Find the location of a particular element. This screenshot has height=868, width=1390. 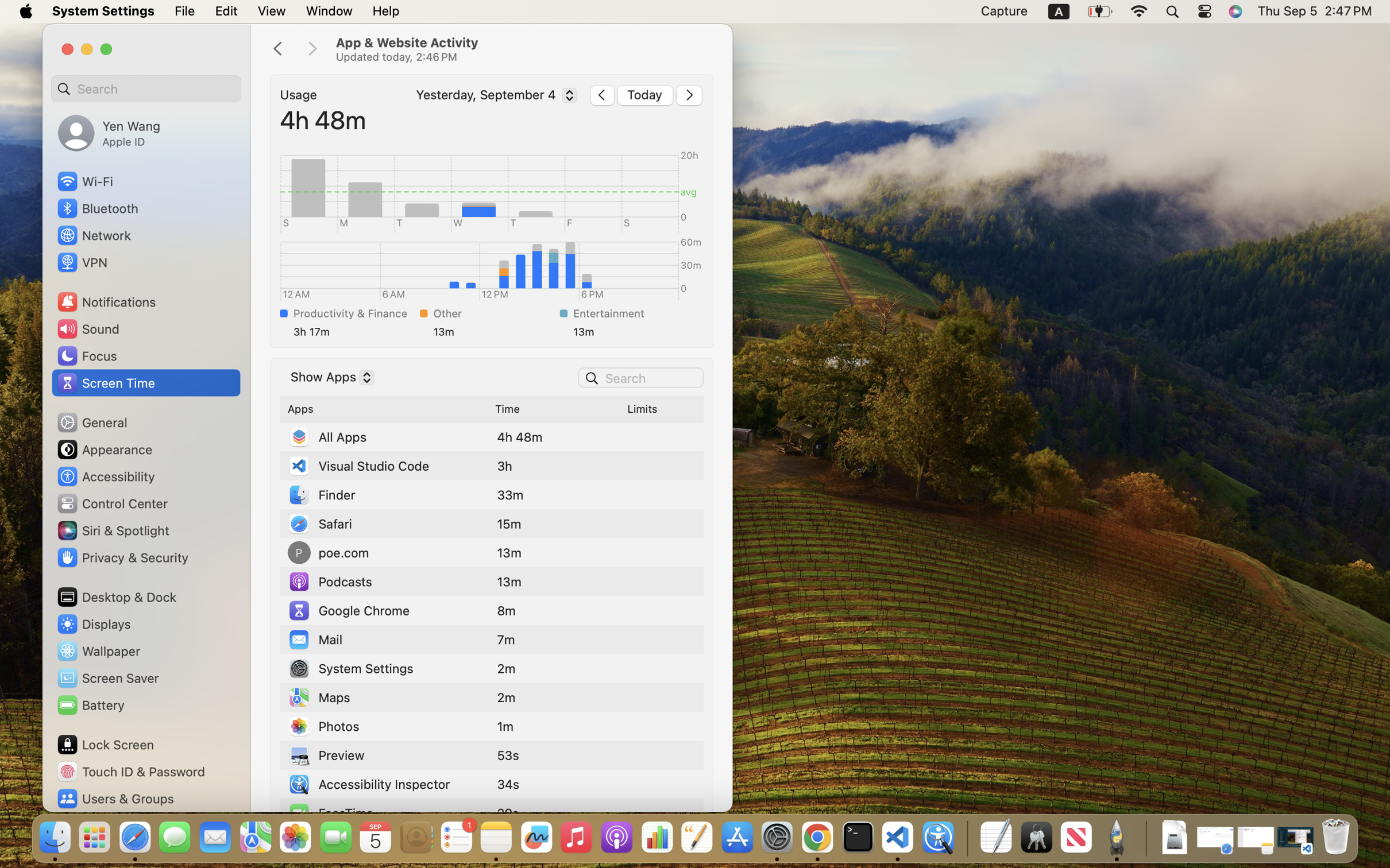

'Bluetooth' is located at coordinates (97, 208).